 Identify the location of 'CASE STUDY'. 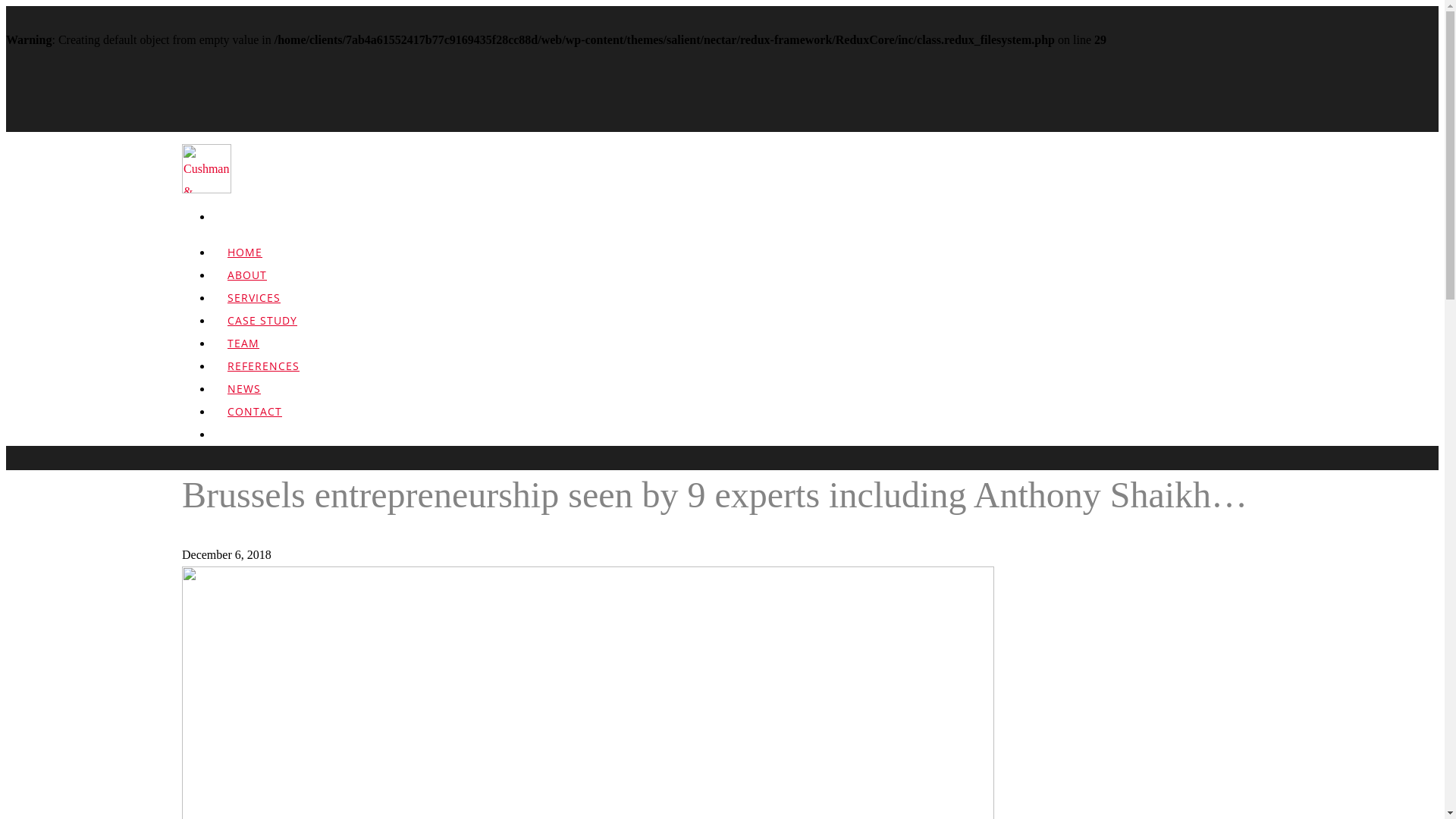
(262, 330).